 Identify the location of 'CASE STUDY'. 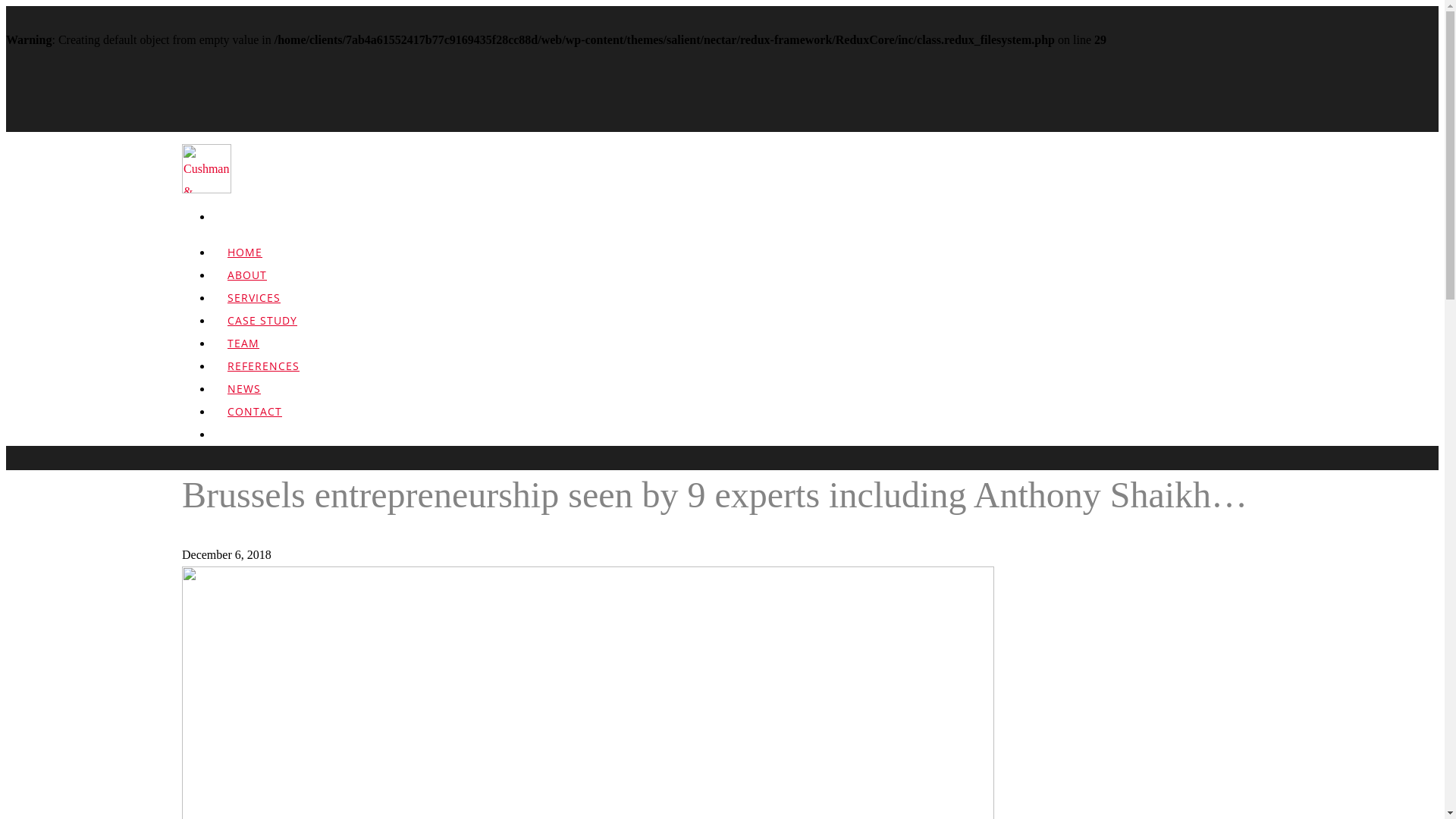
(262, 330).